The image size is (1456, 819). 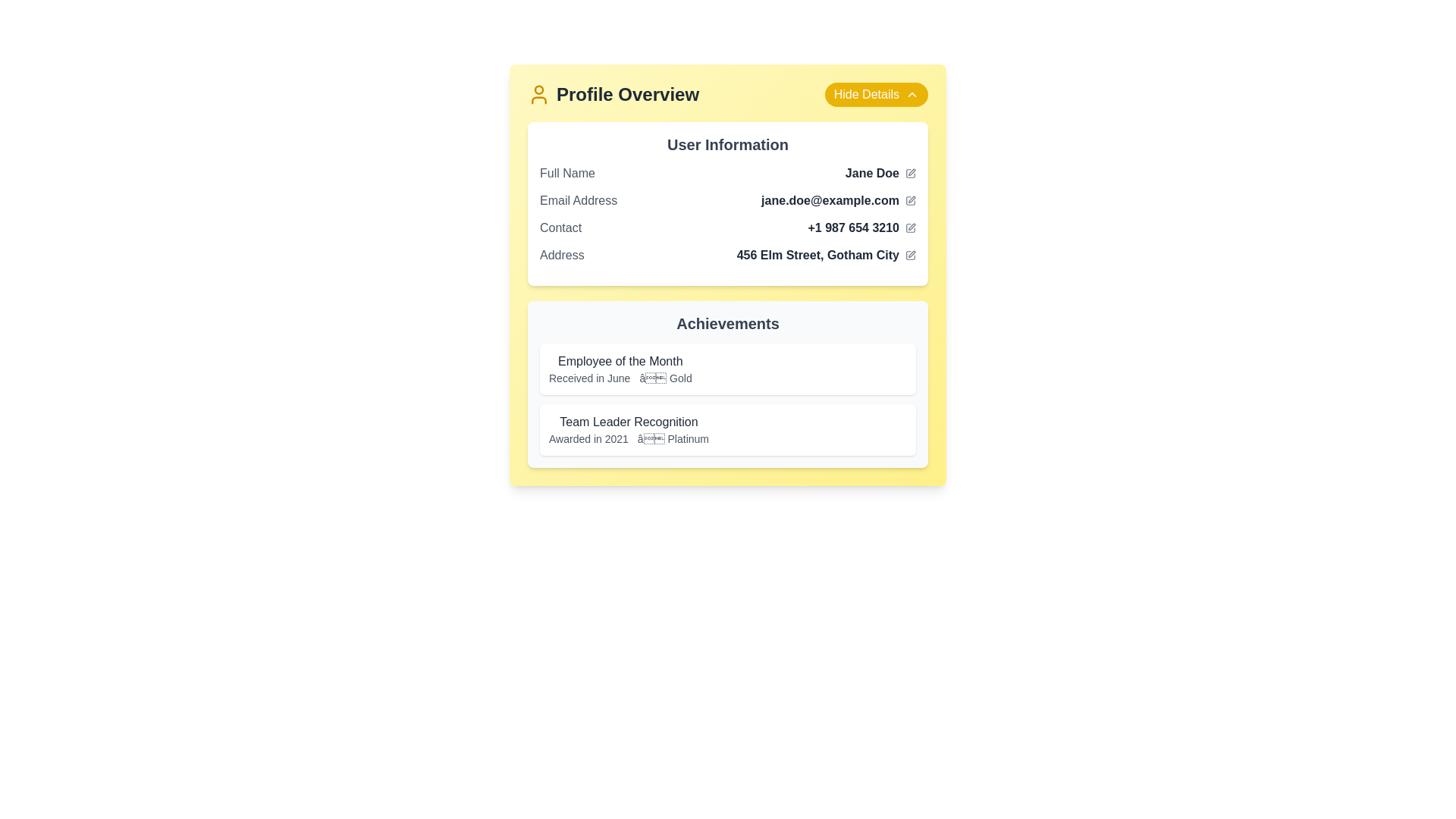 I want to click on the Text label indicating that the following information pertains to an address located in the 'User Information' section of the yellow card titled 'Profile Overview.', so click(x=561, y=254).